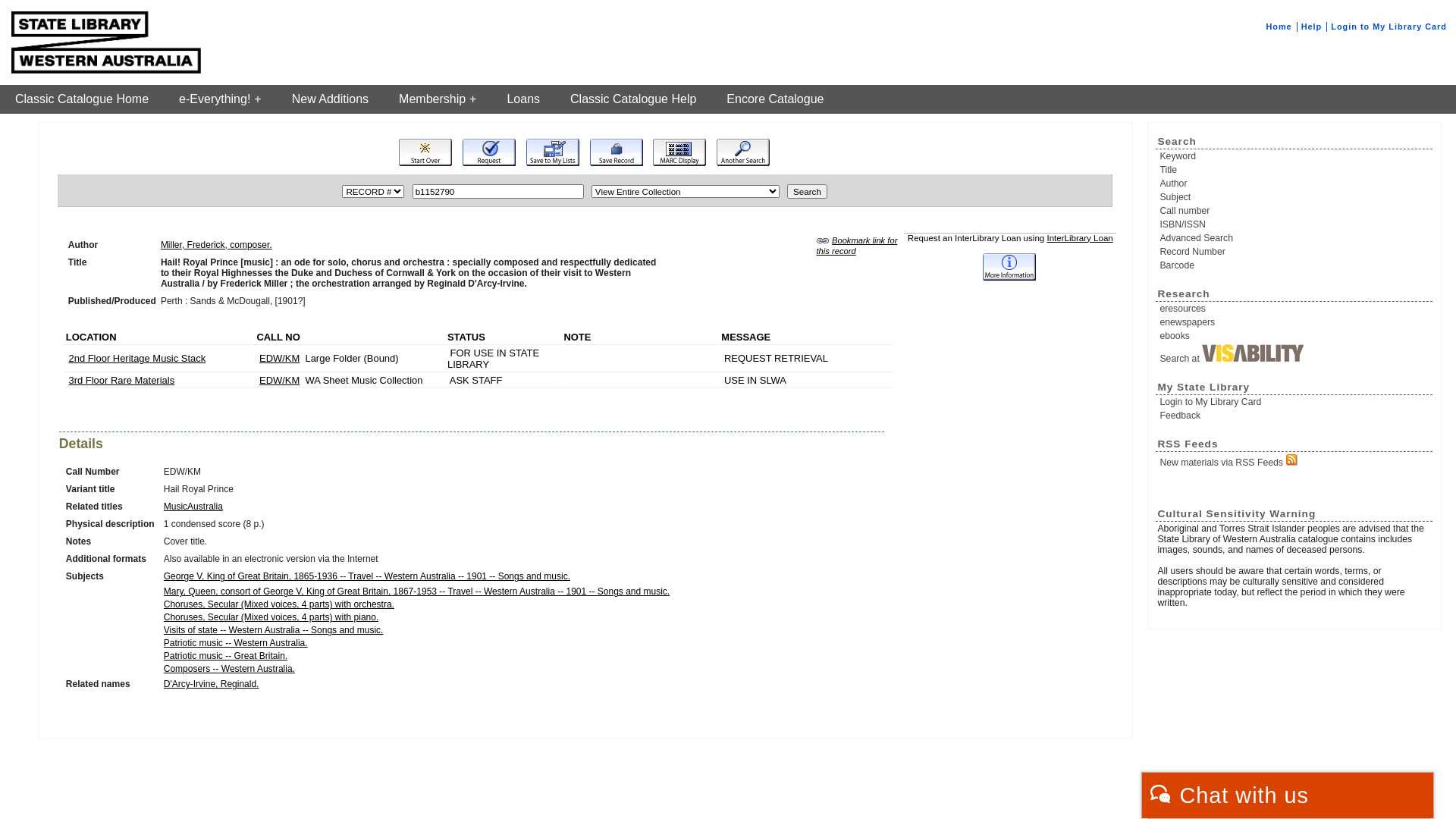 This screenshot has width=1456, height=819. What do you see at coordinates (271, 617) in the screenshot?
I see `'Choruses, Secular (Mixed voices, 4 parts) with piano.'` at bounding box center [271, 617].